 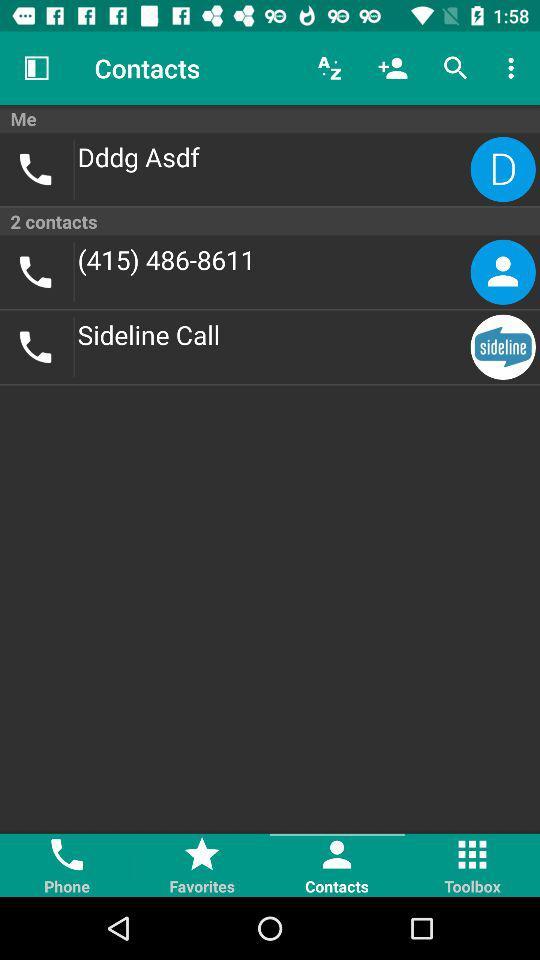 What do you see at coordinates (513, 68) in the screenshot?
I see `icon above the me` at bounding box center [513, 68].